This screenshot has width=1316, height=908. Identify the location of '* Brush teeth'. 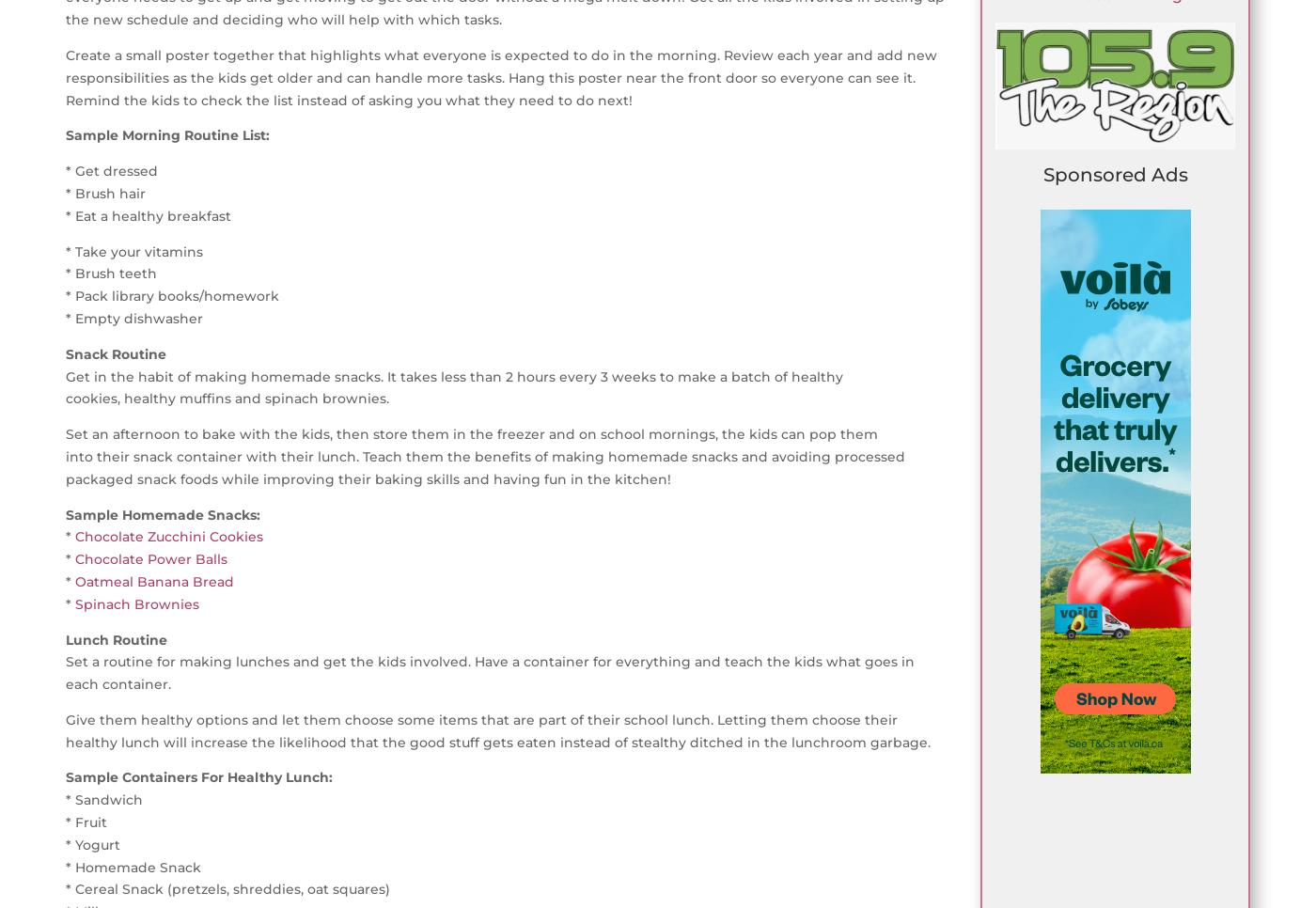
(111, 272).